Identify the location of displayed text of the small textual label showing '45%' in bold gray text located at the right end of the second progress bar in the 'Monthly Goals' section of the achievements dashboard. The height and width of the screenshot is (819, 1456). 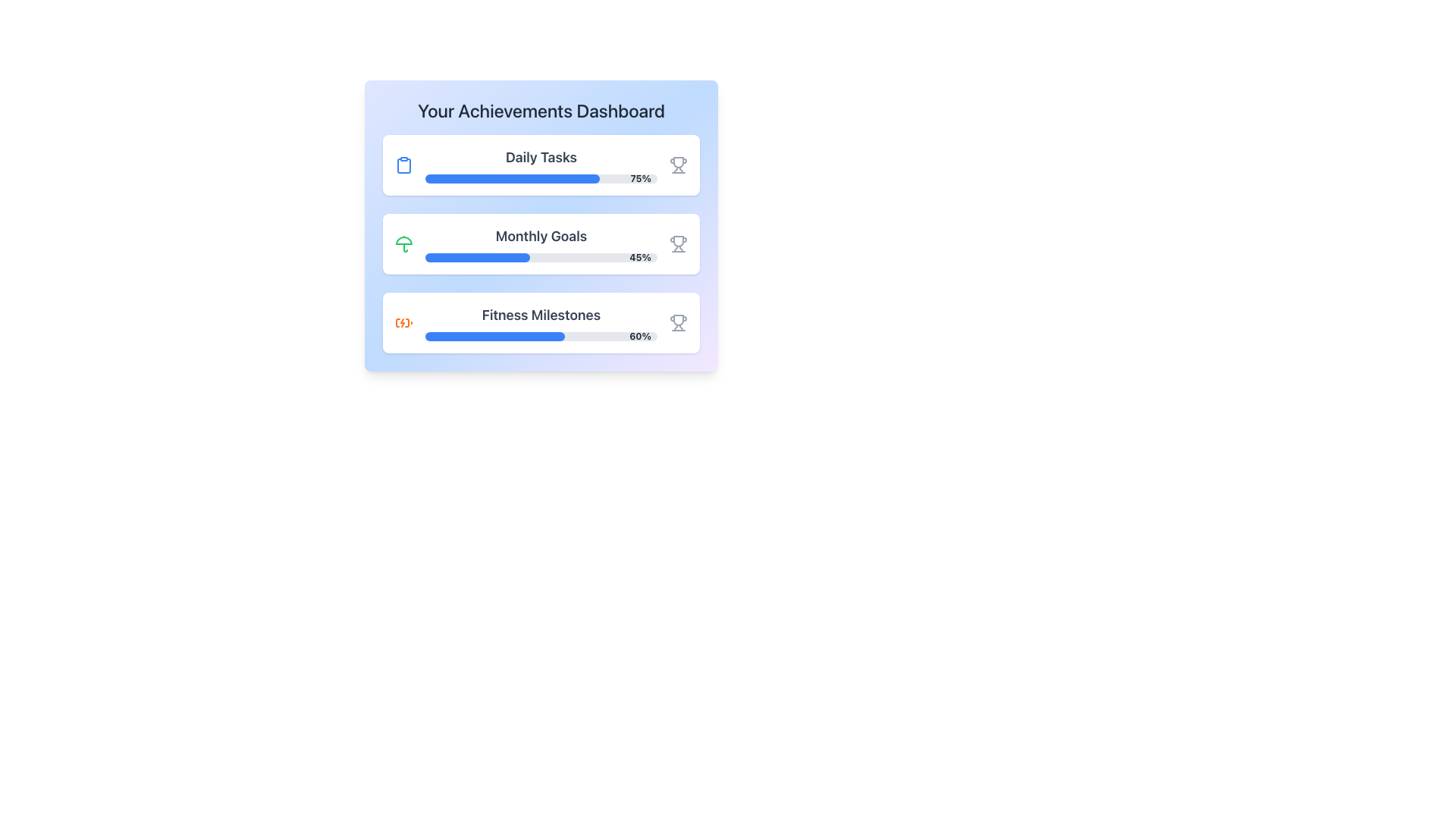
(643, 256).